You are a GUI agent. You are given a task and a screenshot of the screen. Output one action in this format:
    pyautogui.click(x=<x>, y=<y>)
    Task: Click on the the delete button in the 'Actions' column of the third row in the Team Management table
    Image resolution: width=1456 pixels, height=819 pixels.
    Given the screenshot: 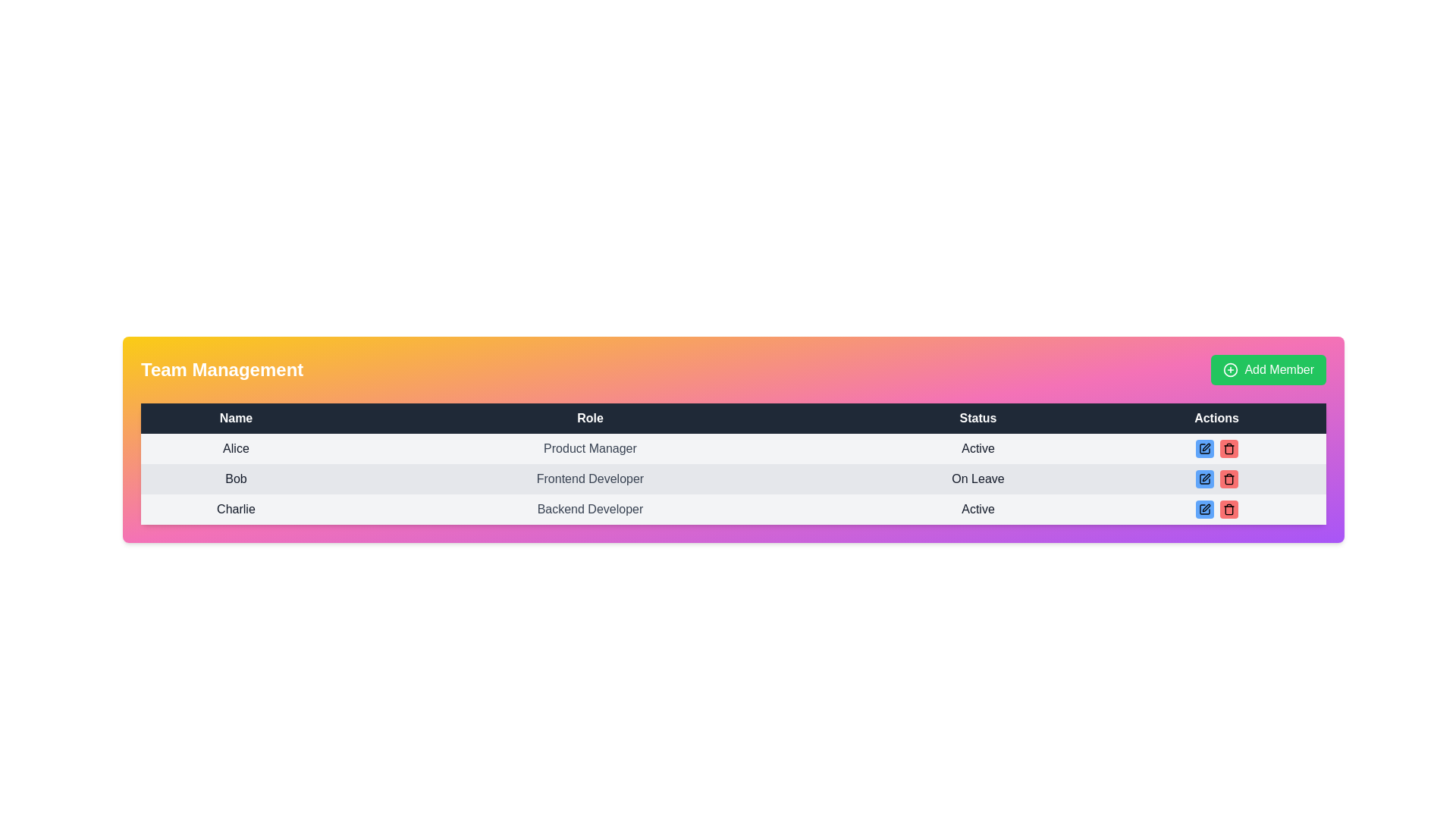 What is the action you would take?
    pyautogui.click(x=1228, y=447)
    